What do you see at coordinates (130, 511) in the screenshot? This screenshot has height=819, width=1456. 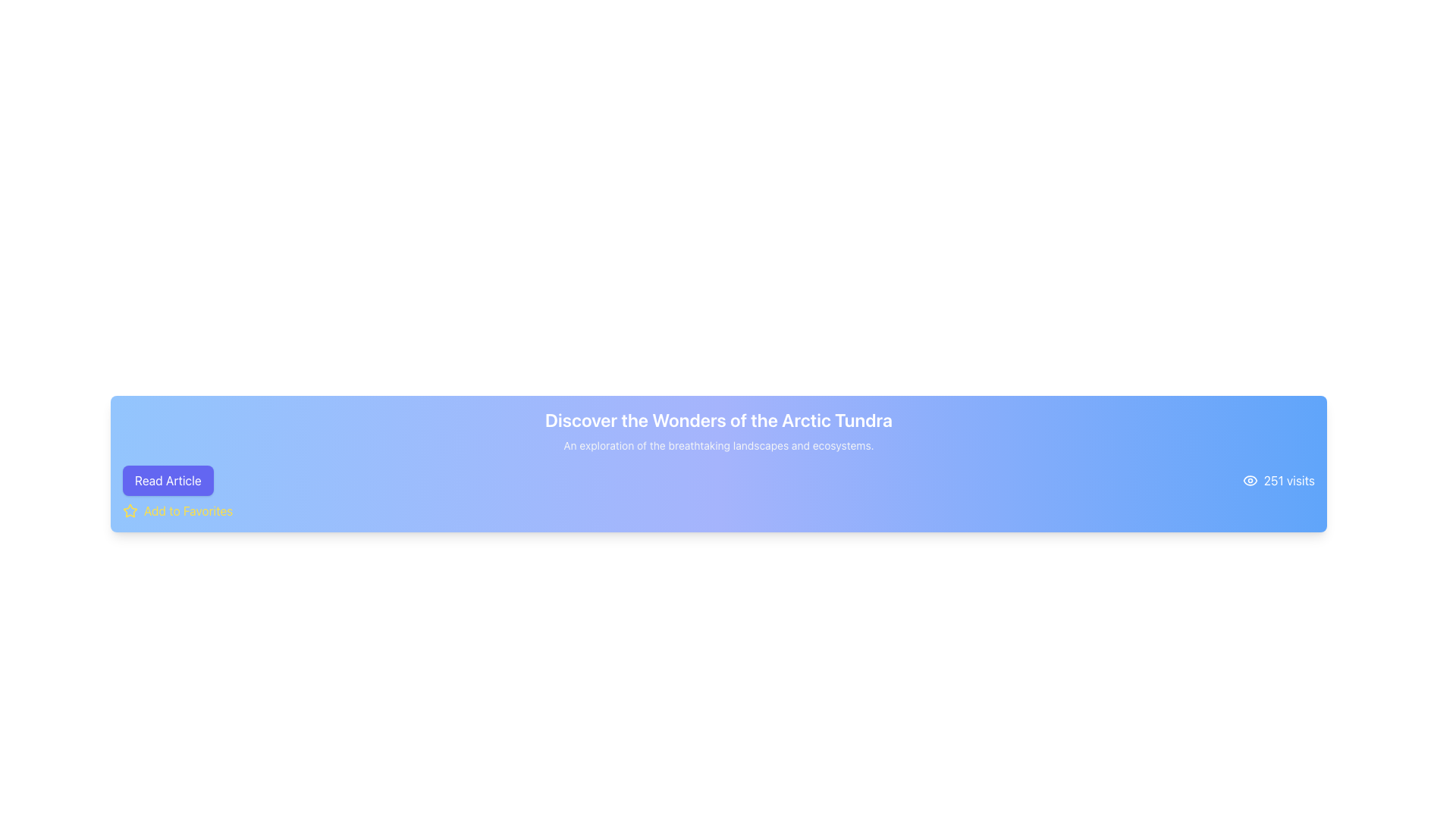 I see `the star icon with a yellow outline located to the left of the 'Add to Favorites' text in the bottom part of the interface` at bounding box center [130, 511].